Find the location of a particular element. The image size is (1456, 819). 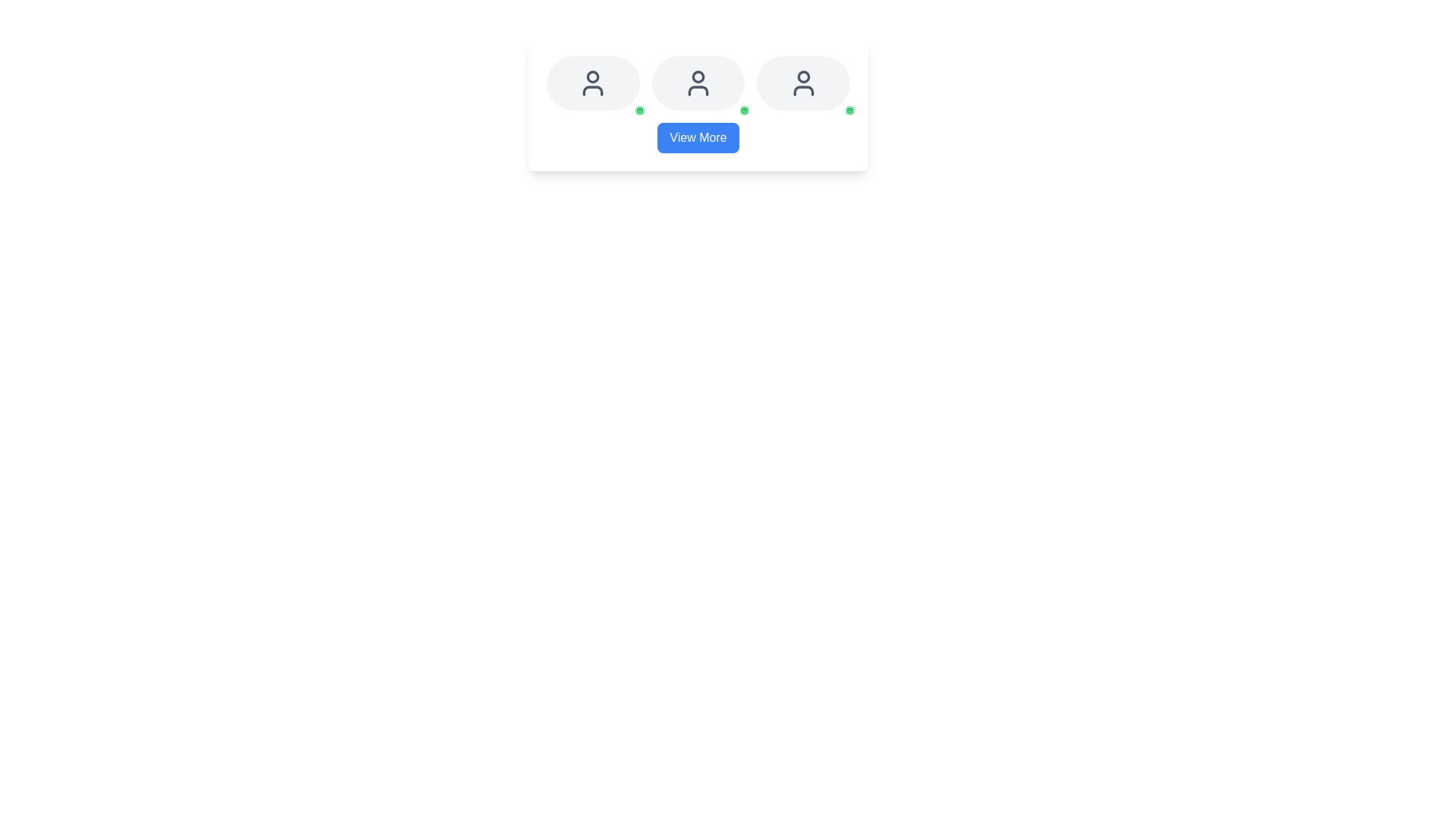

the circular shape element that forms the outer boundary of the smiley face icon is located at coordinates (849, 110).